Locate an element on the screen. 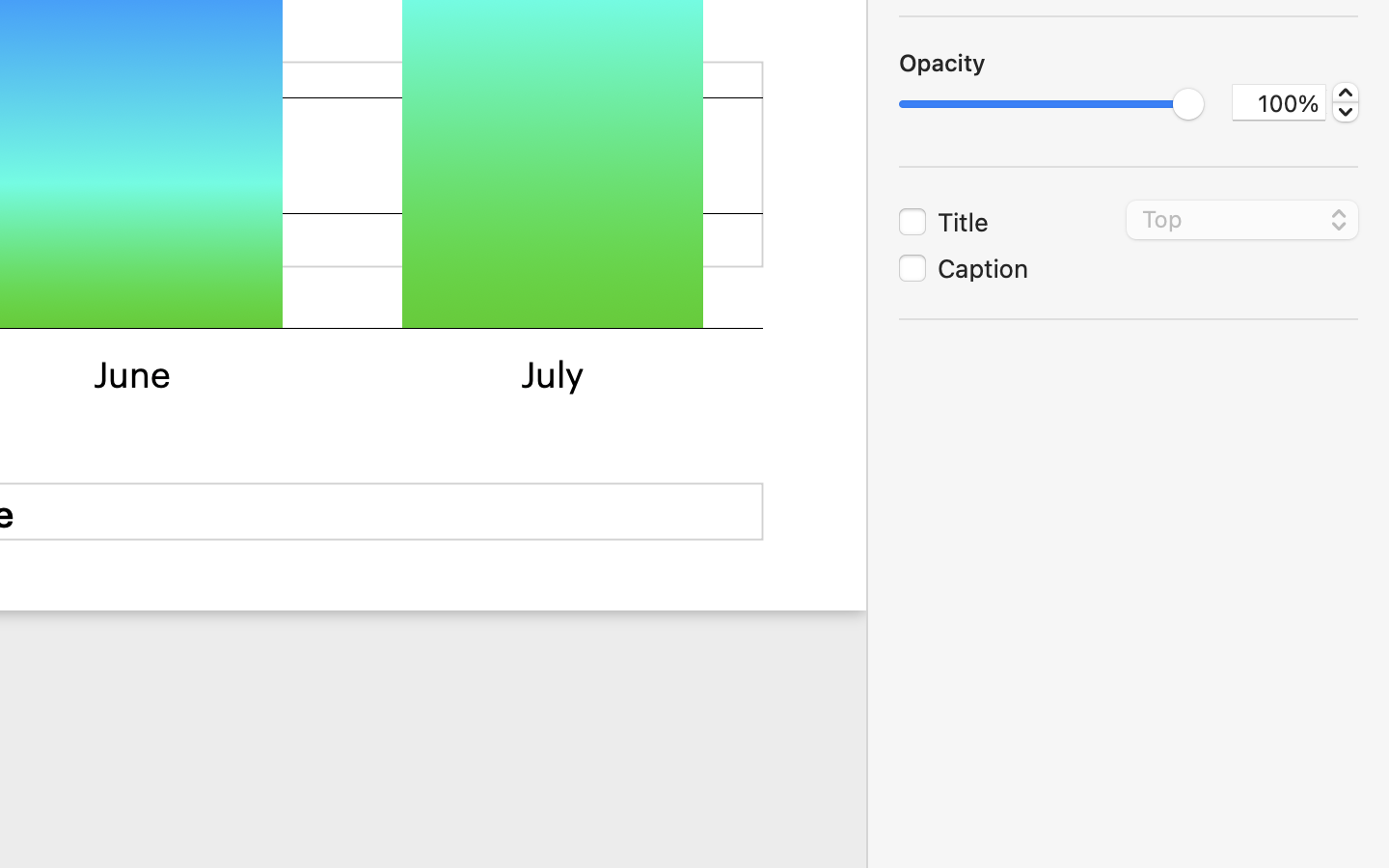  '100%' is located at coordinates (1277, 101).